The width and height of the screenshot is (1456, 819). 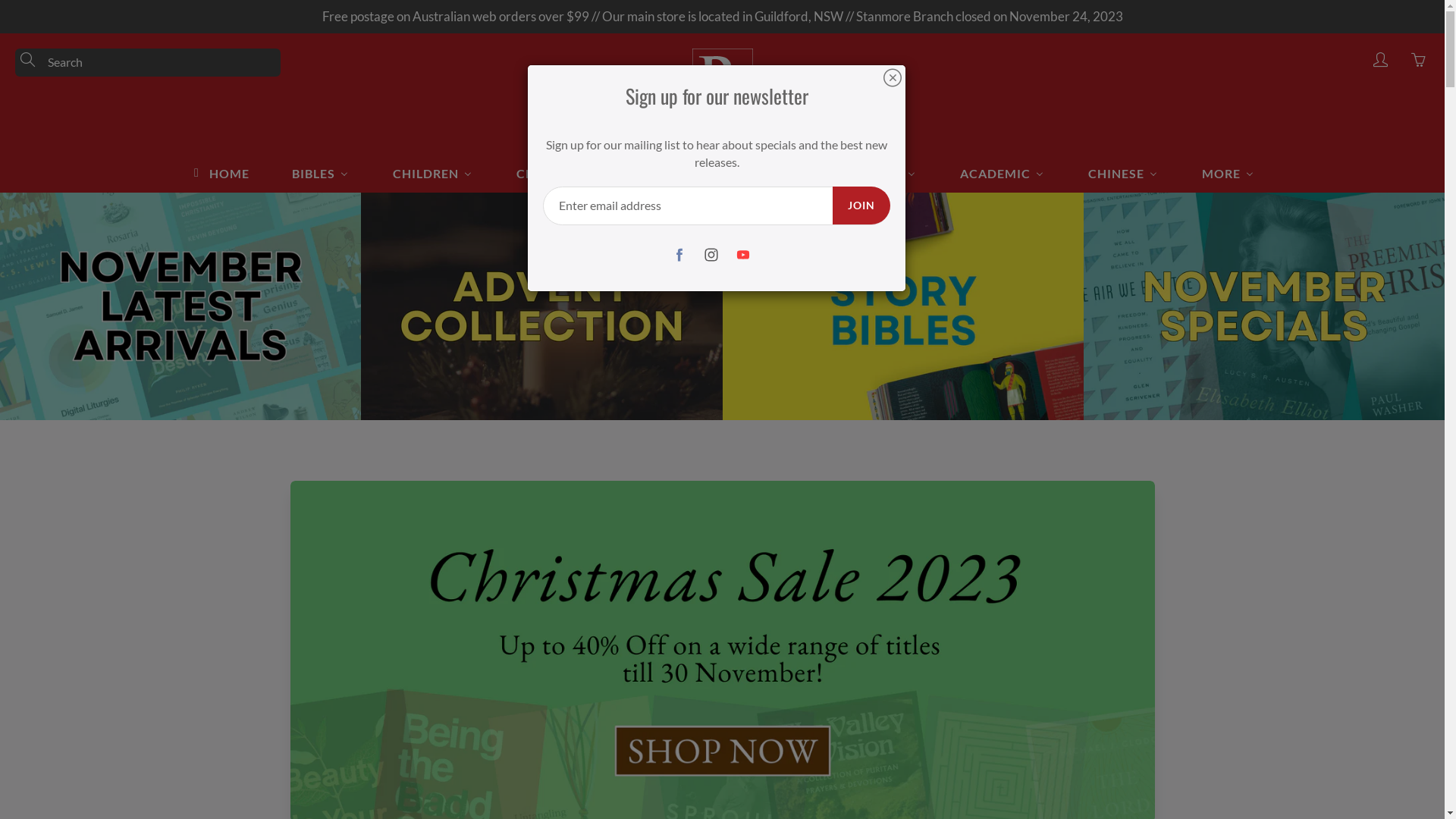 I want to click on 'BIBLES', so click(x=319, y=171).